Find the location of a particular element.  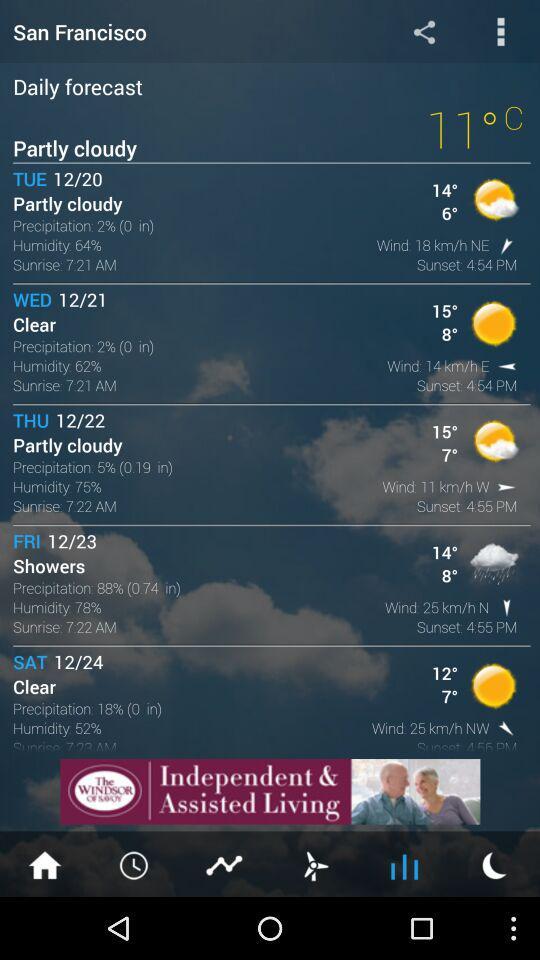

the home icon is located at coordinates (44, 925).